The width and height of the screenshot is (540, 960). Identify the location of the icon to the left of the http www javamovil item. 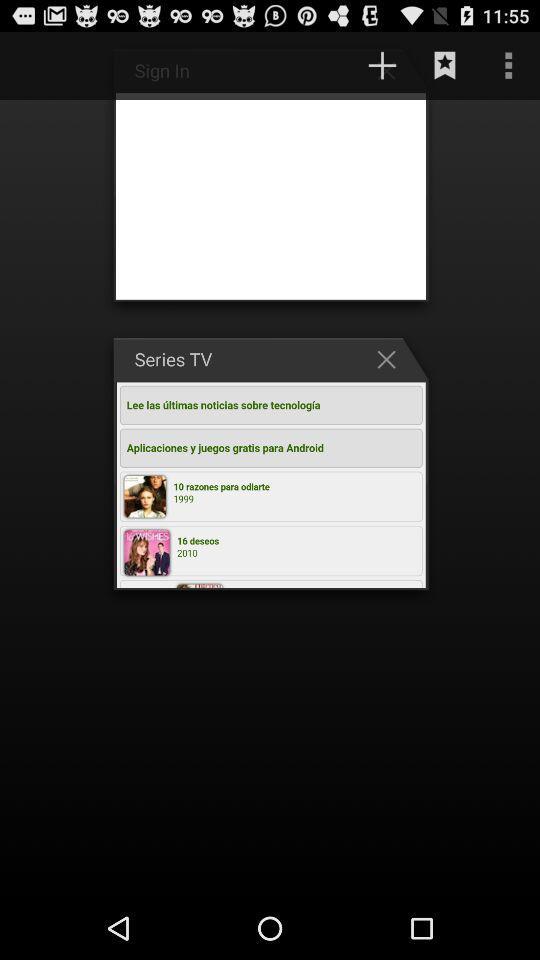
(41, 65).